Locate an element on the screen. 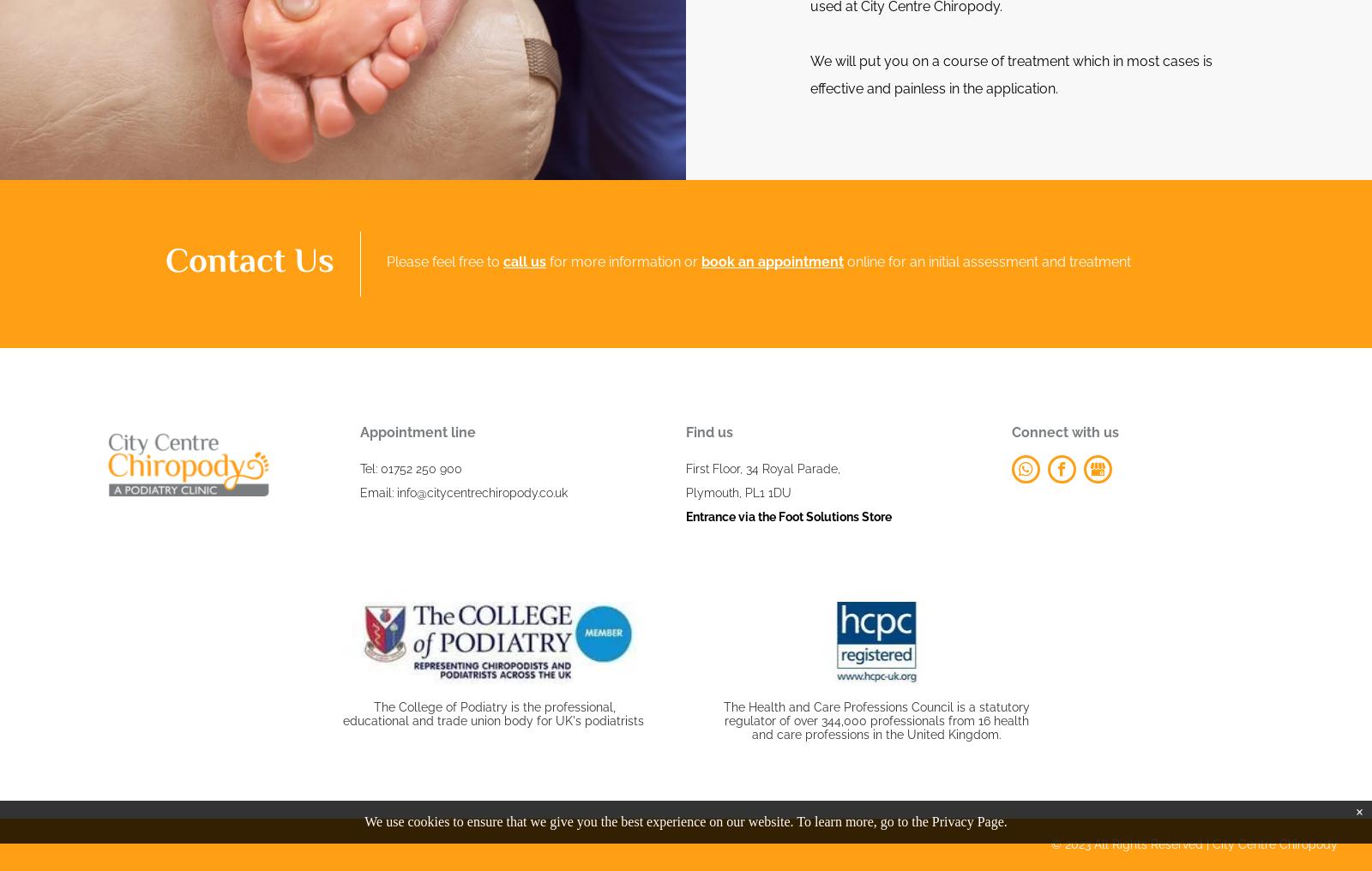 This screenshot has width=1372, height=871. 'Connect with us' is located at coordinates (1012, 431).